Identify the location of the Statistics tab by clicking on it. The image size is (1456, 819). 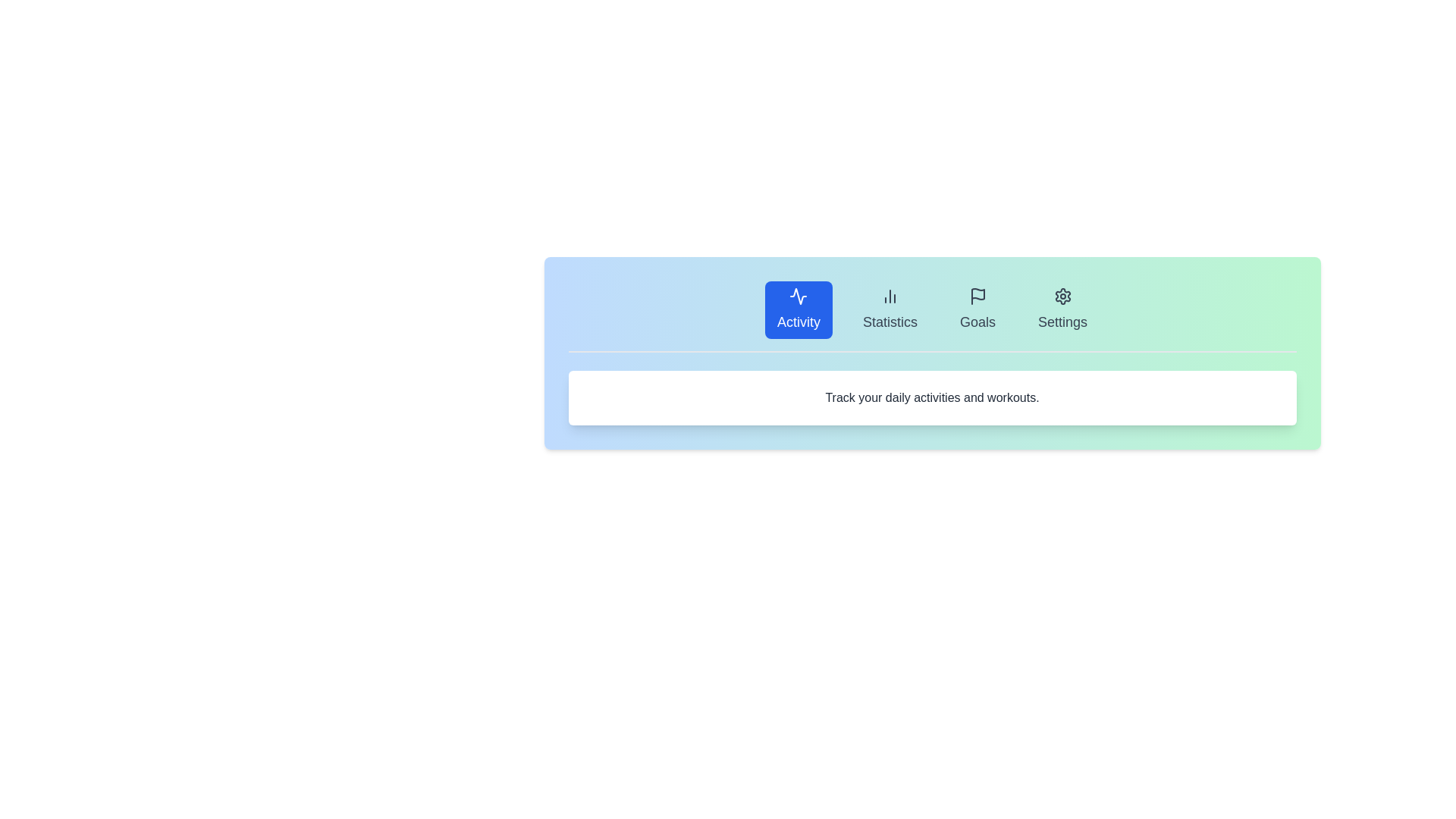
(890, 309).